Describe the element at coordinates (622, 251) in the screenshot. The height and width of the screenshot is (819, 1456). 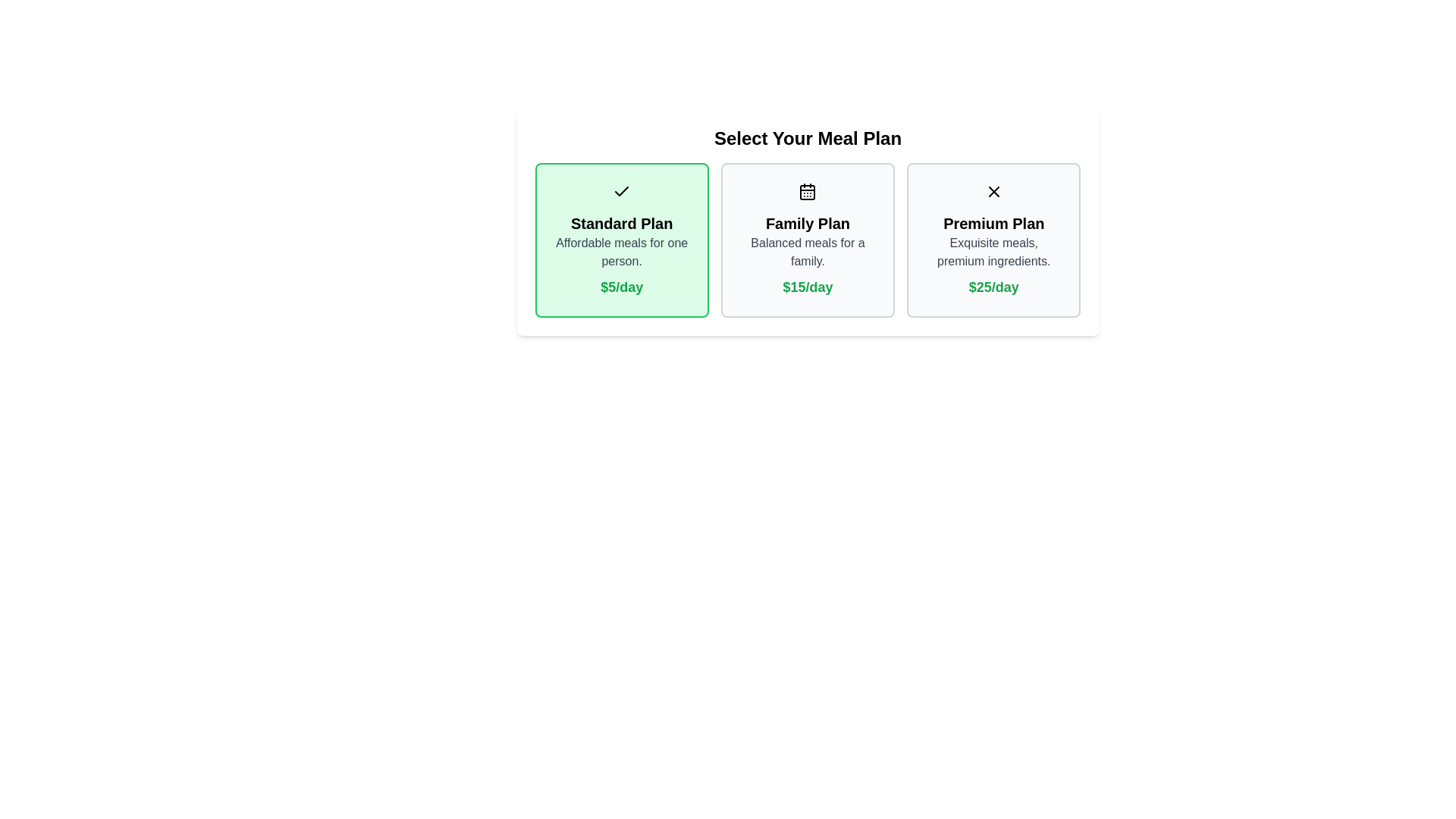
I see `descriptive text about the 'Standard Plan' located in the green-highlighted card, below the bold 'Standard Plan' title and above the pricing information` at that location.